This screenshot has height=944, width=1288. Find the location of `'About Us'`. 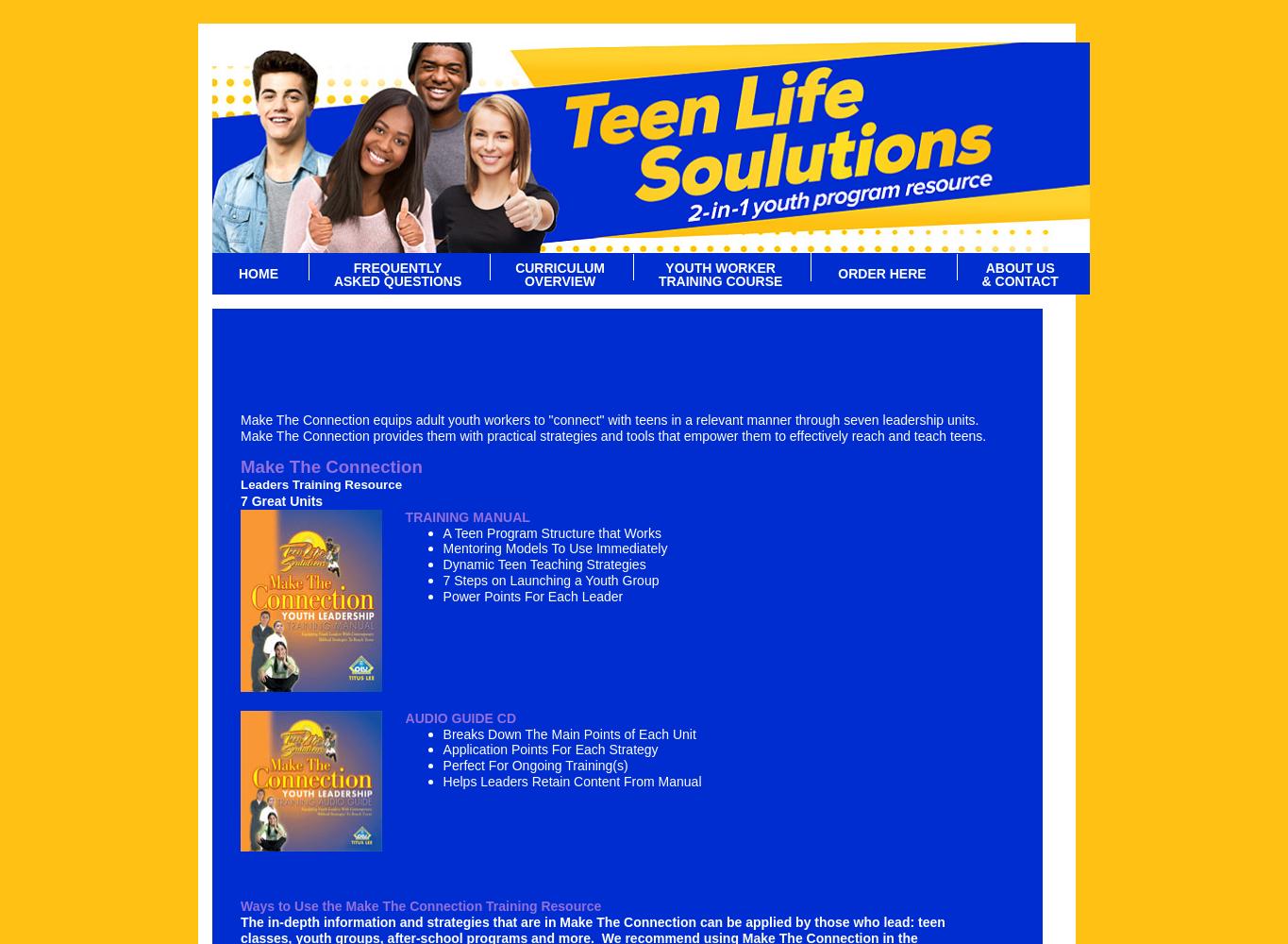

'About Us' is located at coordinates (1018, 268).